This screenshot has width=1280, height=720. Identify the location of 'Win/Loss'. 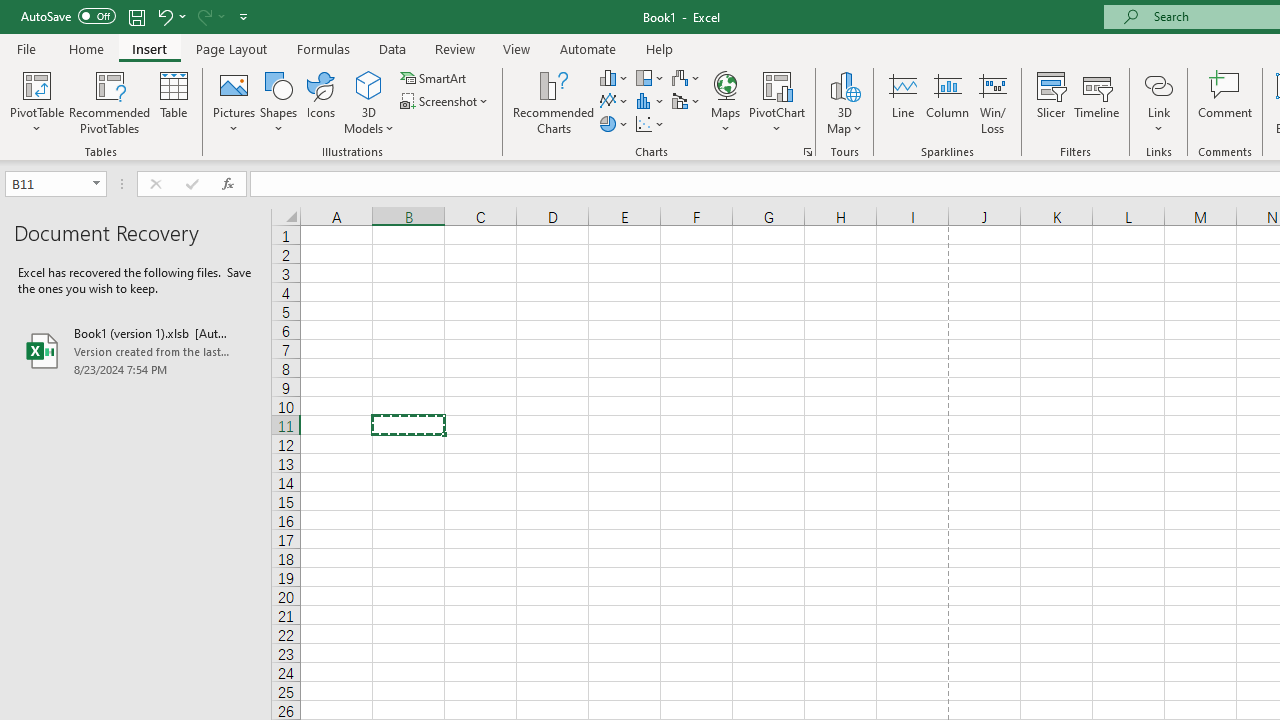
(992, 103).